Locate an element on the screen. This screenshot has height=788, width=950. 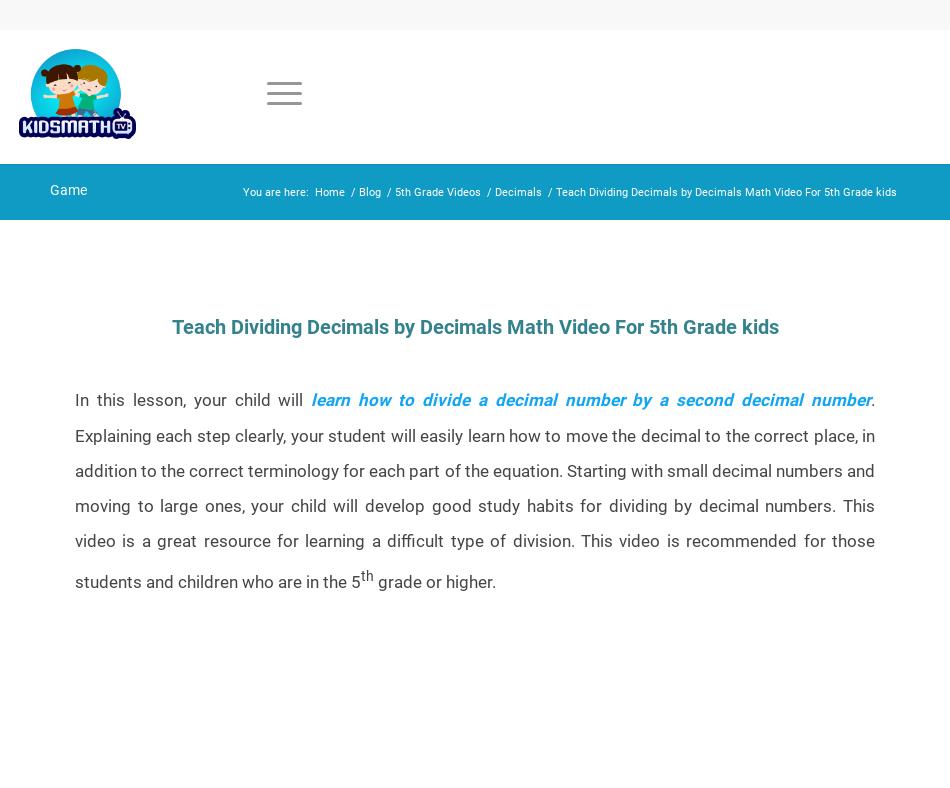
'https://www.kidsmathtv.com/wp-content/uploads/2016/02/web-2.png' is located at coordinates (157, 323).